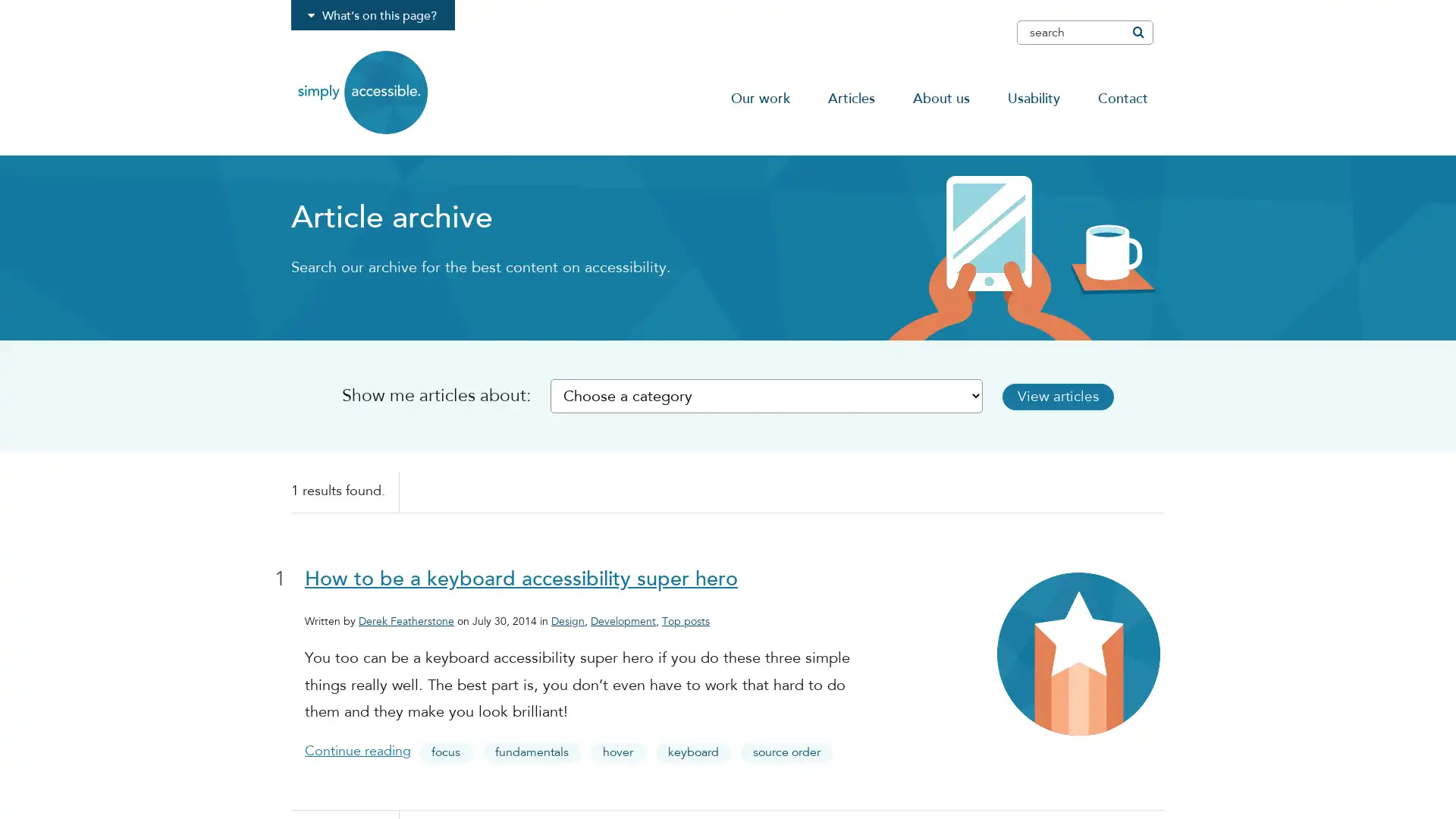  What do you see at coordinates (1076, 395) in the screenshot?
I see `View articles` at bounding box center [1076, 395].